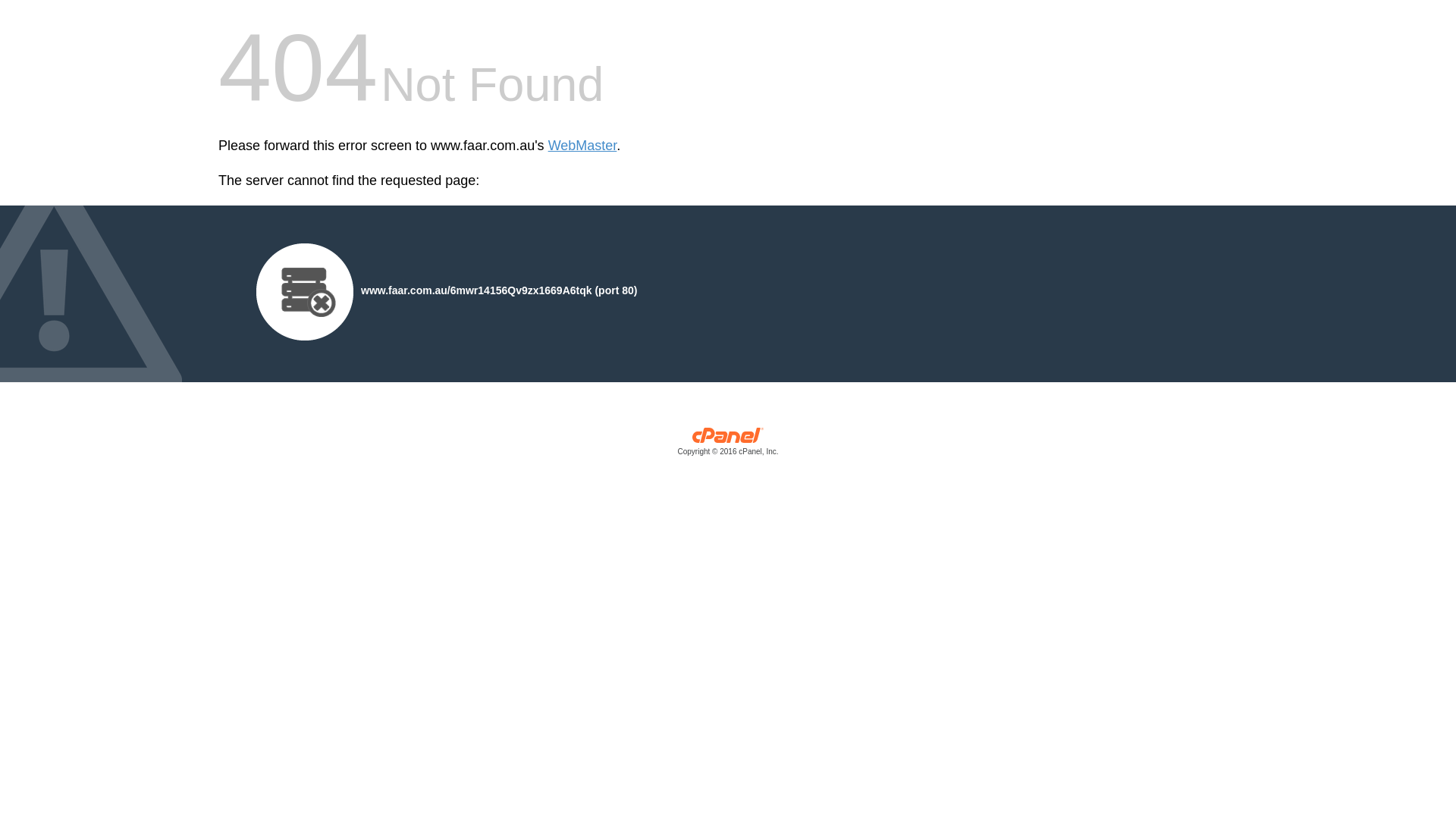  Describe the element at coordinates (582, 146) in the screenshot. I see `'WebMaster'` at that location.